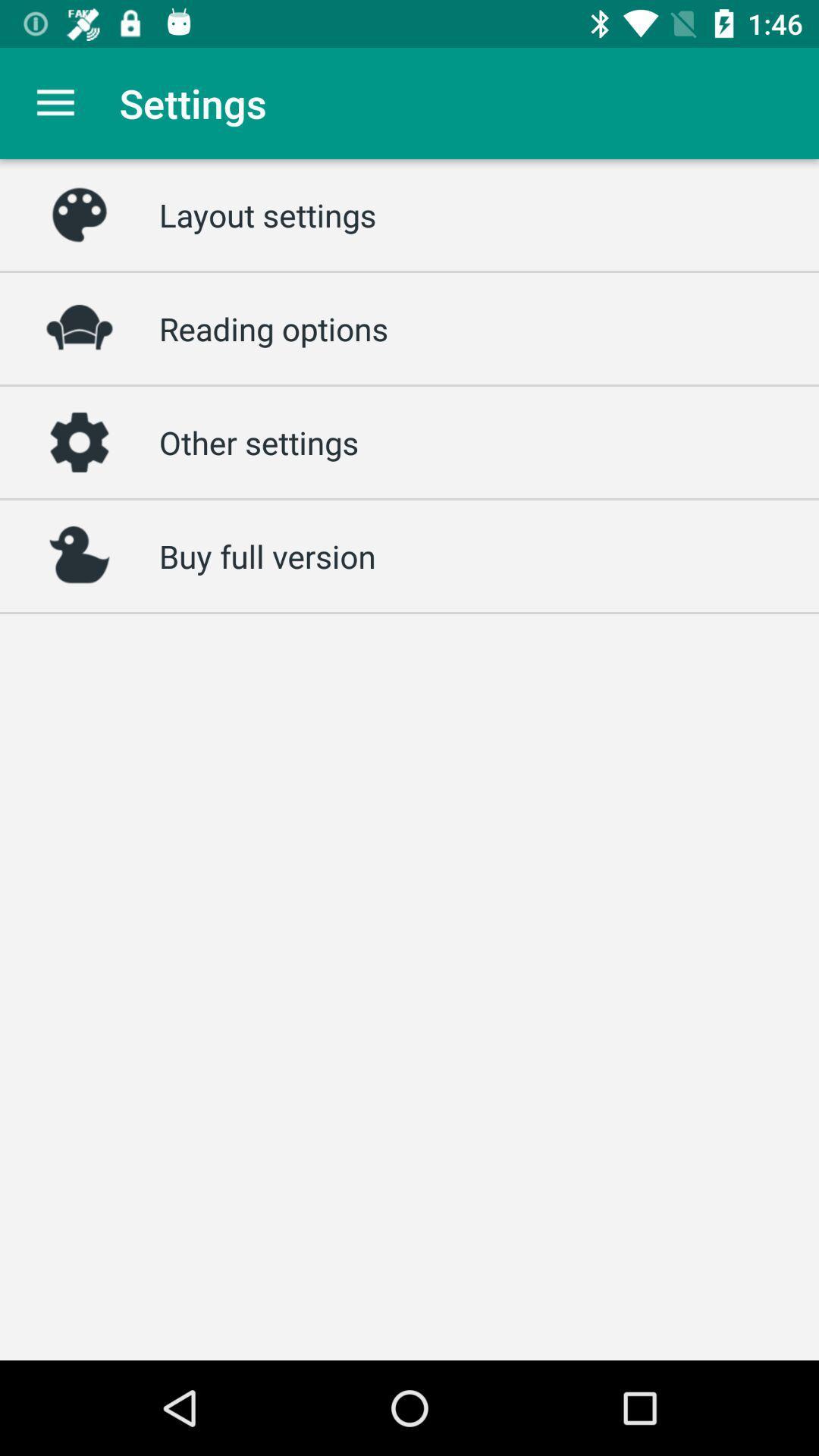 This screenshot has height=1456, width=819. What do you see at coordinates (258, 441) in the screenshot?
I see `other settings item` at bounding box center [258, 441].